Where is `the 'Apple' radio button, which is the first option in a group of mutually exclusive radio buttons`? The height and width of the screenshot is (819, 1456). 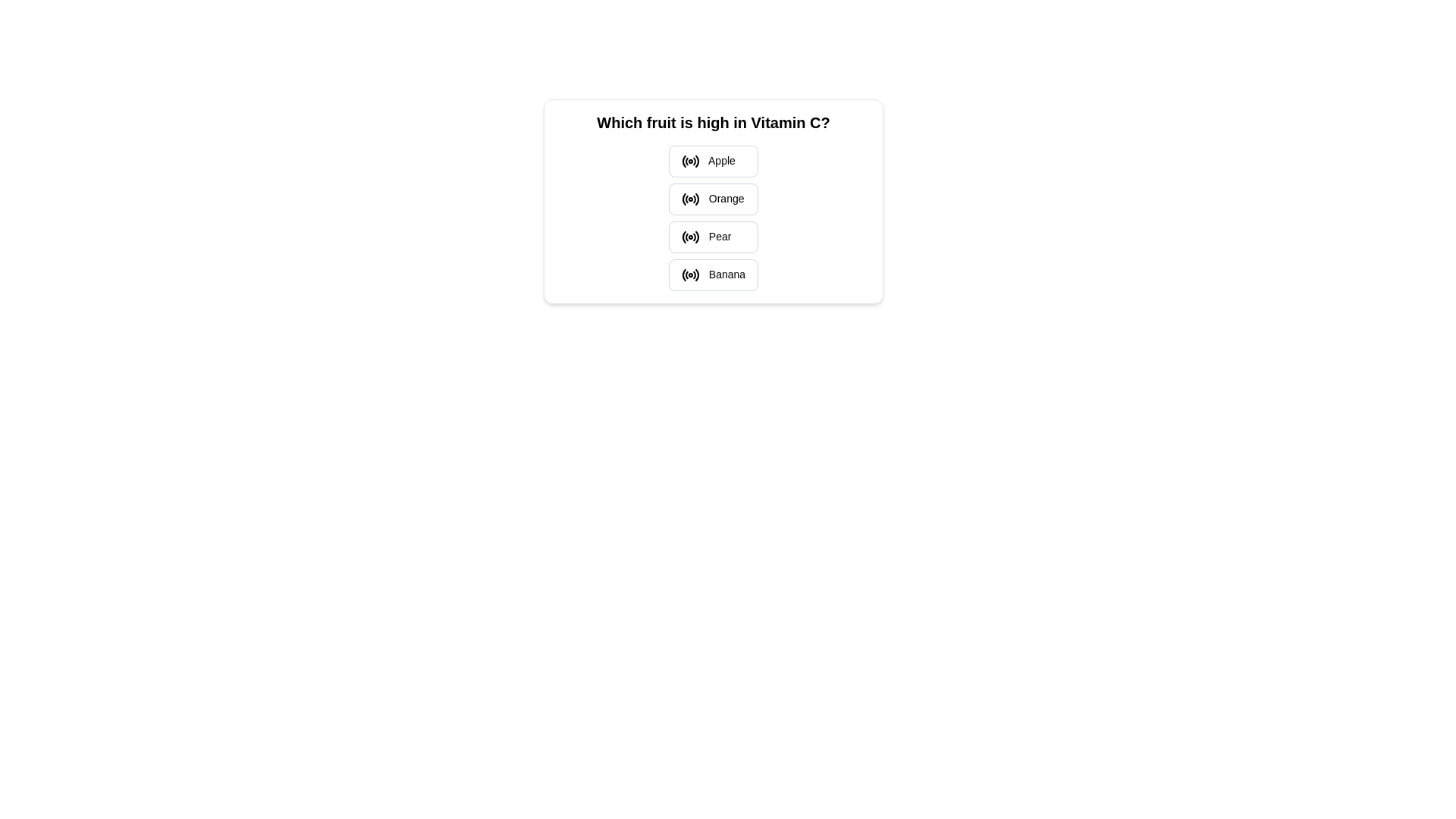 the 'Apple' radio button, which is the first option in a group of mutually exclusive radio buttons is located at coordinates (689, 161).